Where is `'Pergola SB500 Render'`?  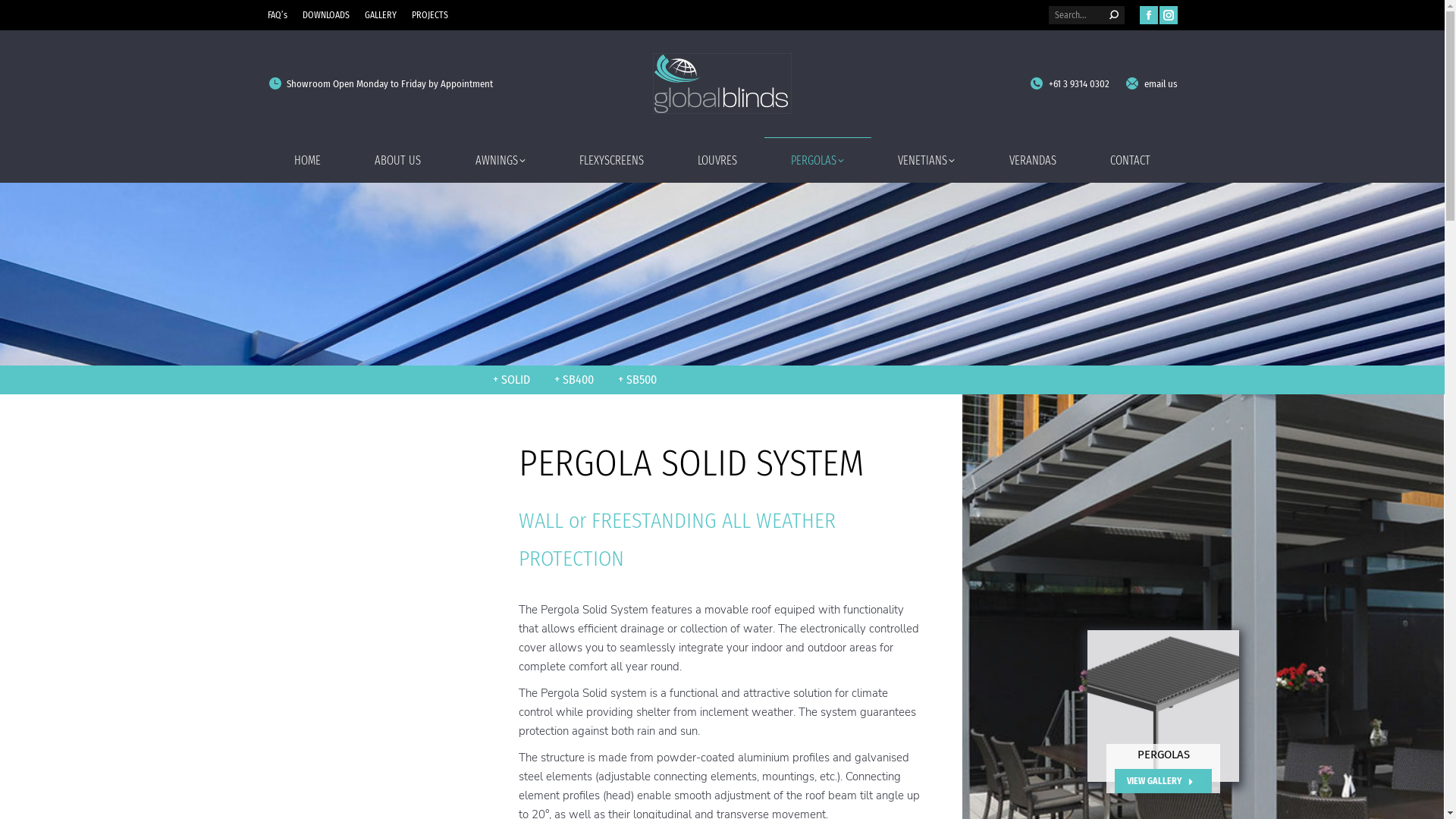
'Pergola SB500 Render' is located at coordinates (1087, 705).